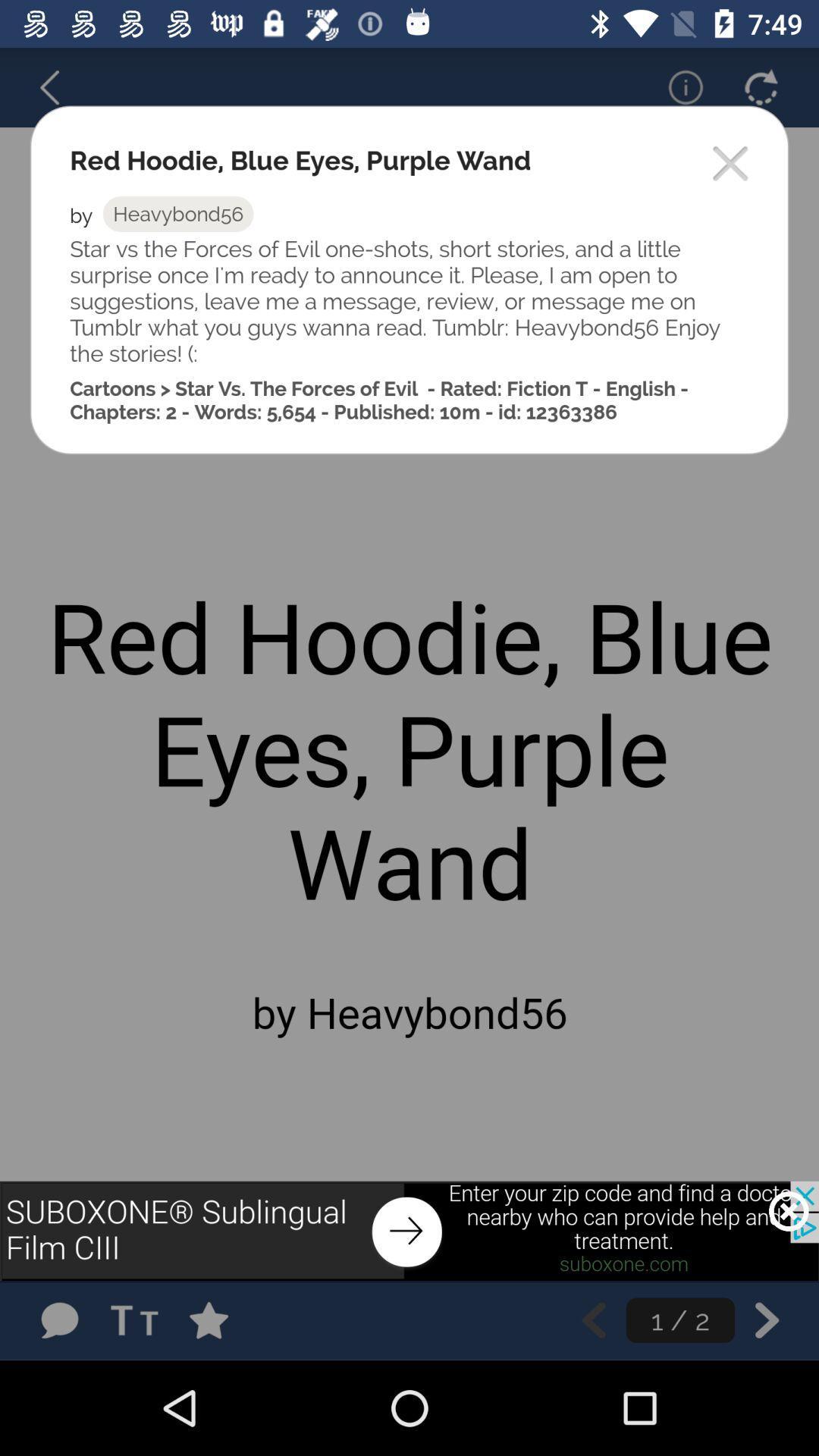 Image resolution: width=819 pixels, height=1456 pixels. Describe the element at coordinates (788, 1210) in the screenshot. I see `x out` at that location.